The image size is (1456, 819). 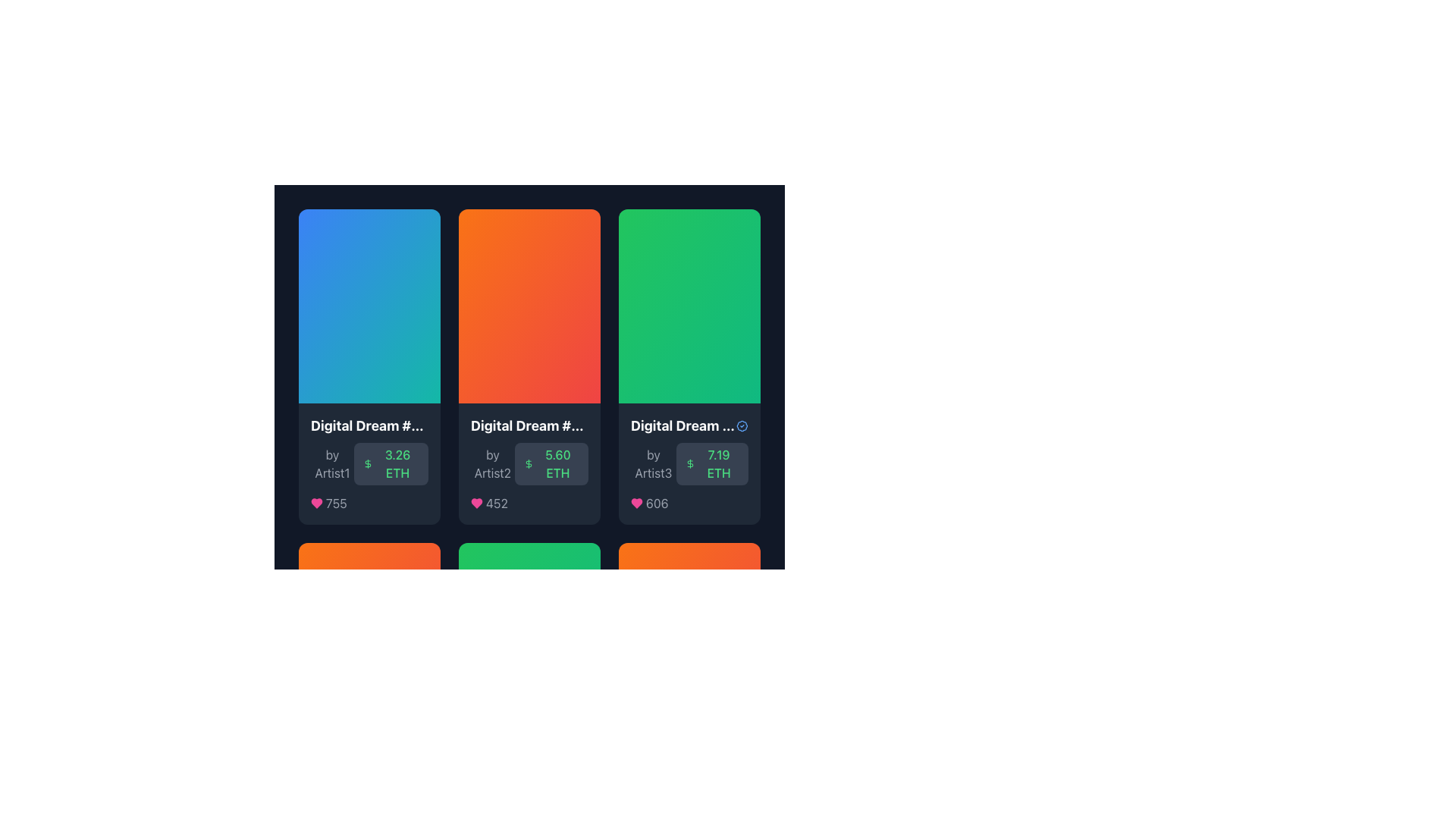 What do you see at coordinates (689, 426) in the screenshot?
I see `the blue circular badge with a checkmark icon next to the text 'Digital Dream #3222'` at bounding box center [689, 426].